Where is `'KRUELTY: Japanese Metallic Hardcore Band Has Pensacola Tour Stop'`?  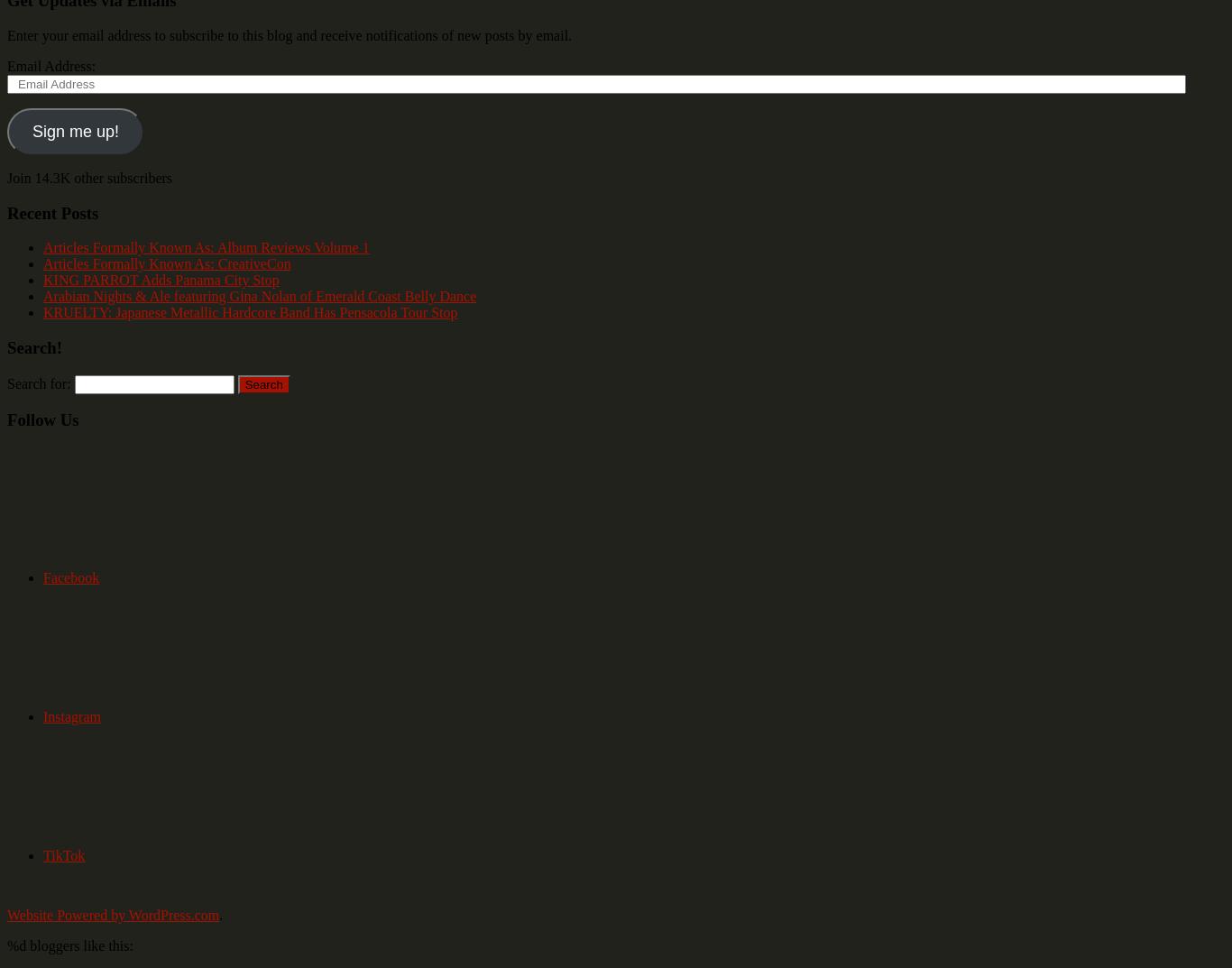
'KRUELTY: Japanese Metallic Hardcore Band Has Pensacola Tour Stop' is located at coordinates (250, 312).